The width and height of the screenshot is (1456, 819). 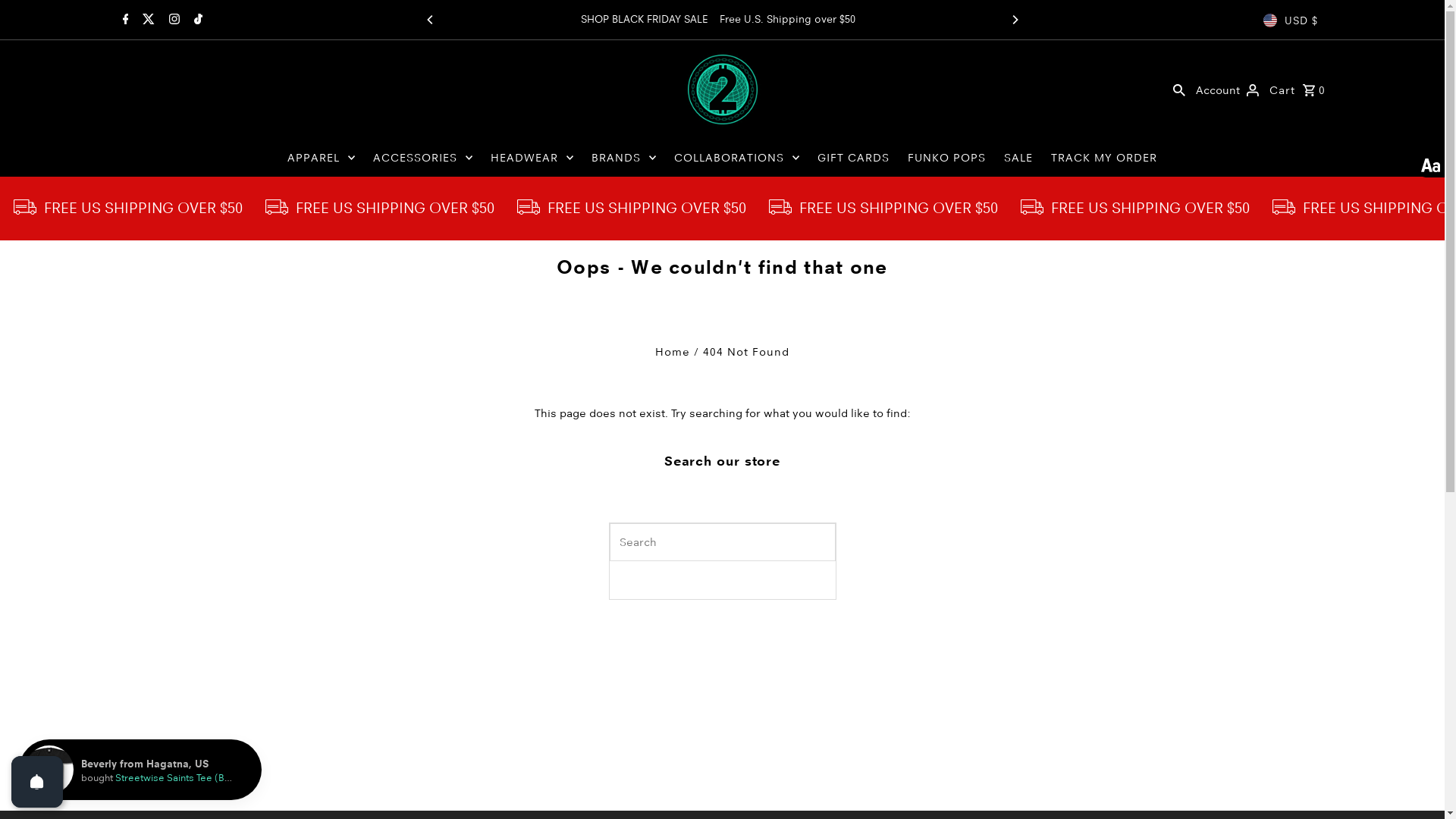 I want to click on 'BRANDS', so click(x=623, y=158).